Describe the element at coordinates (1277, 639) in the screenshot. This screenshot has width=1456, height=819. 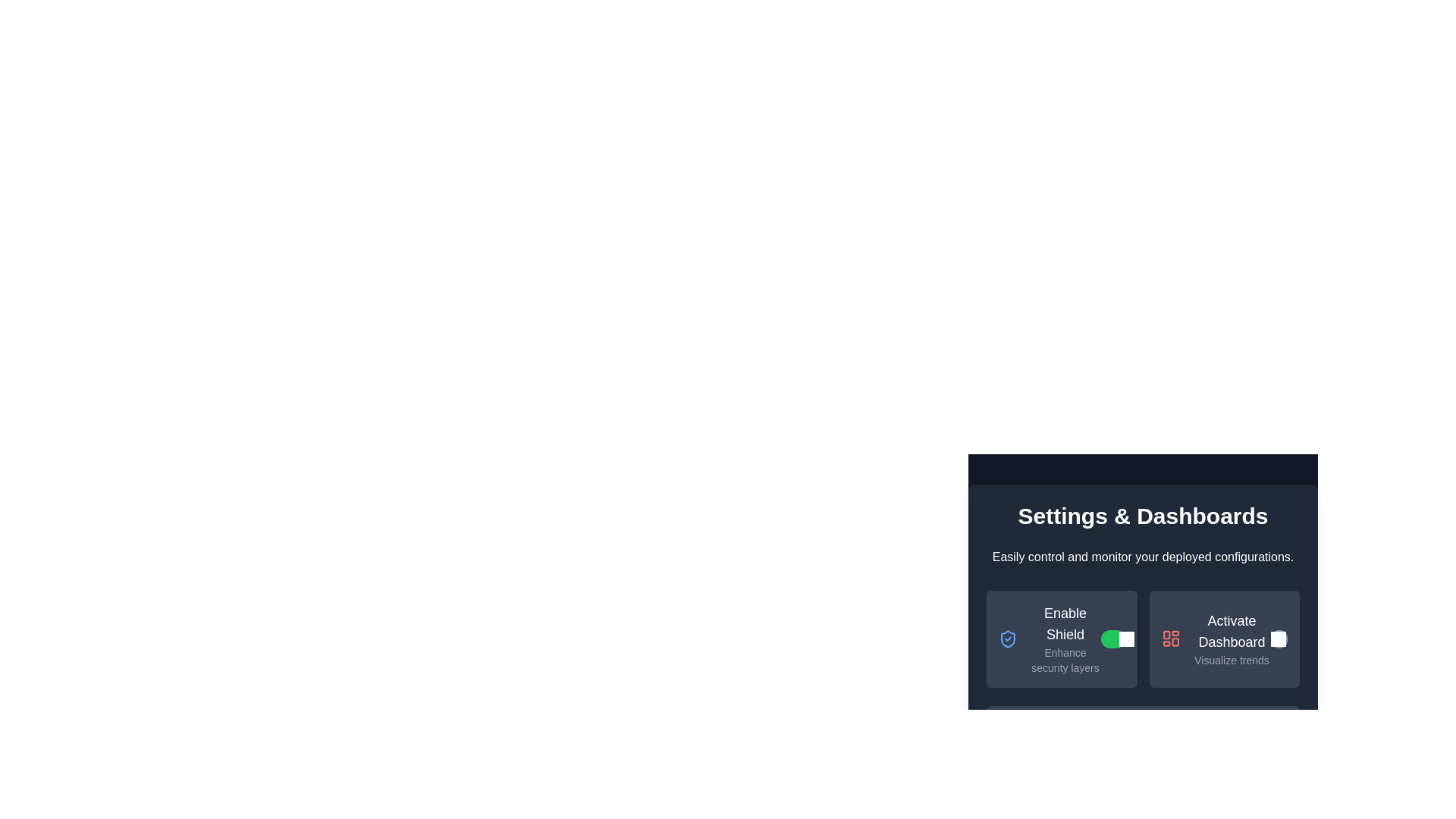
I see `the circular toggle button located to the left of the 'Enable Shield' text for visual feedback` at that location.